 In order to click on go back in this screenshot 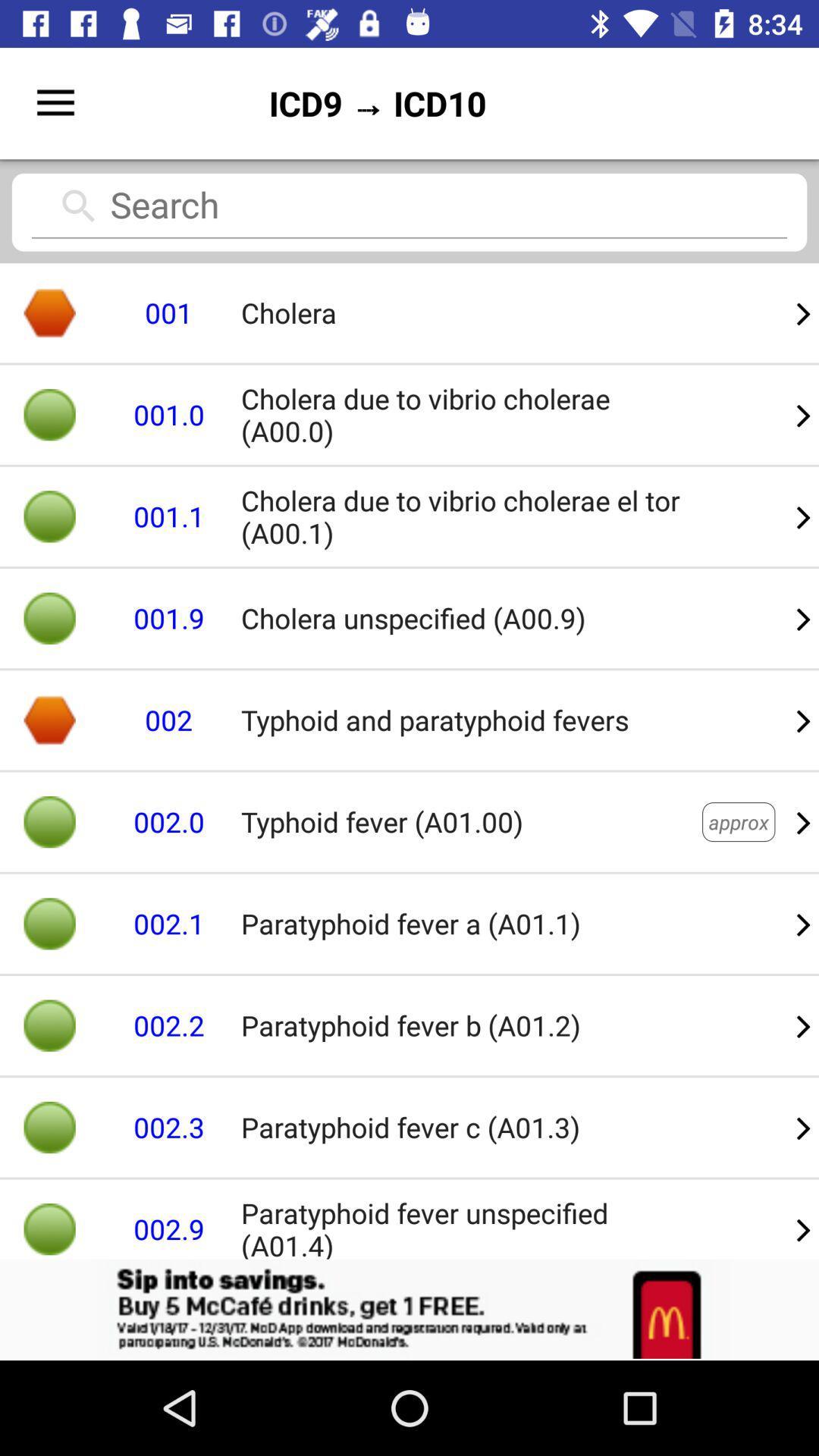, I will do `click(409, 1309)`.